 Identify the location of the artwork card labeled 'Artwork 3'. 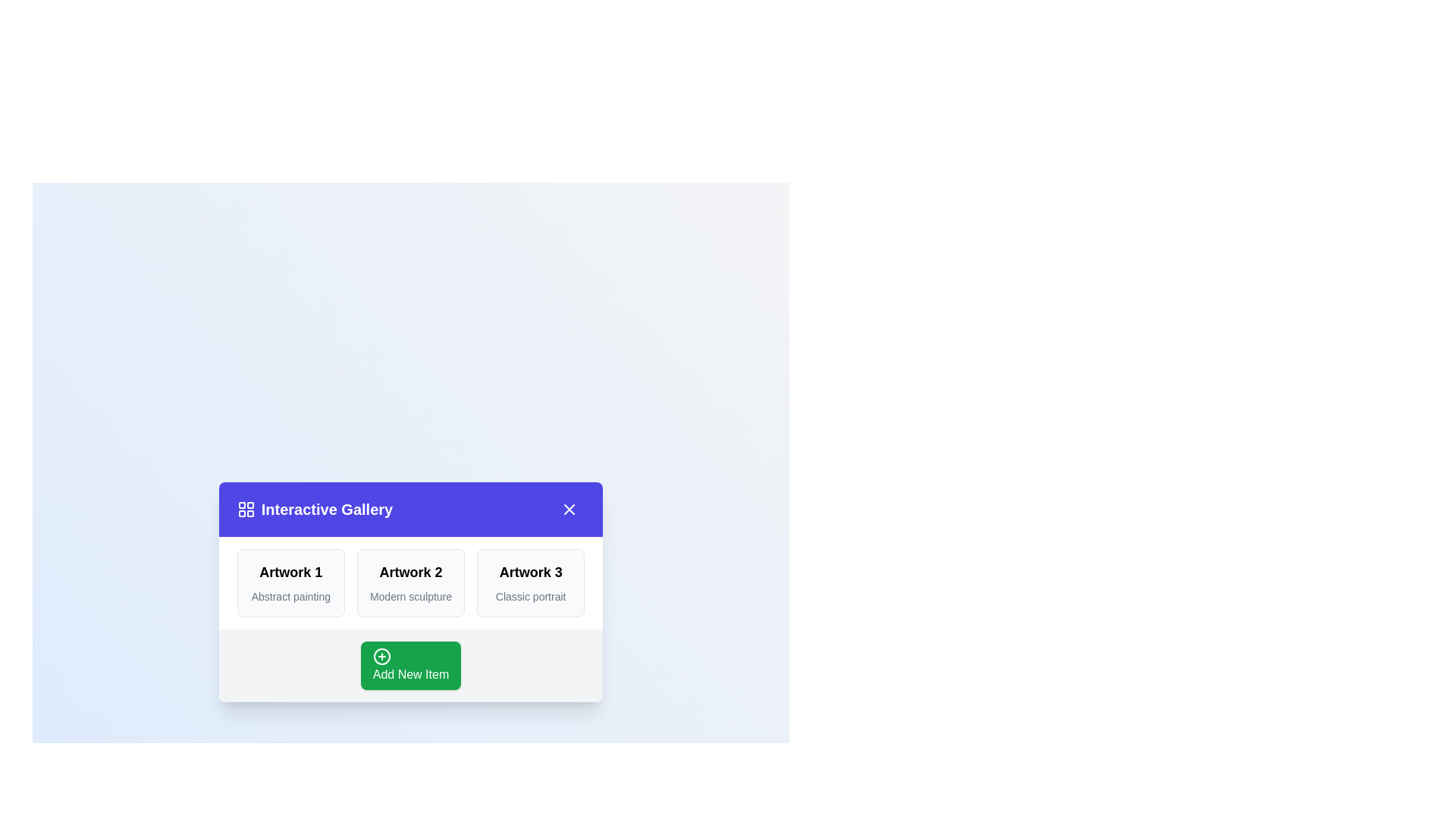
(531, 582).